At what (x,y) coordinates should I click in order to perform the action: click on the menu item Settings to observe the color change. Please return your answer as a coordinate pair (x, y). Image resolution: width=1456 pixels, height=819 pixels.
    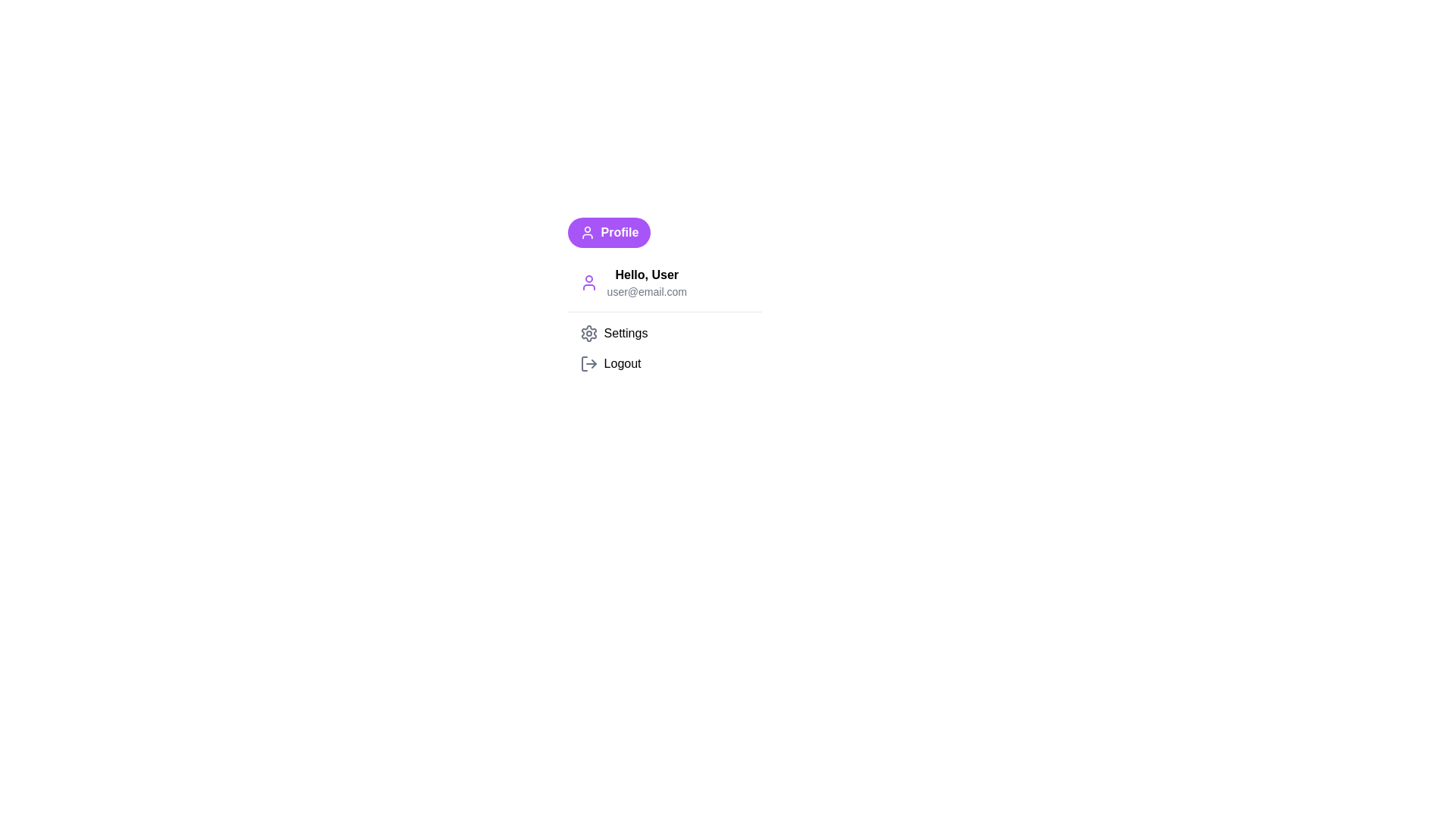
    Looking at the image, I should click on (664, 332).